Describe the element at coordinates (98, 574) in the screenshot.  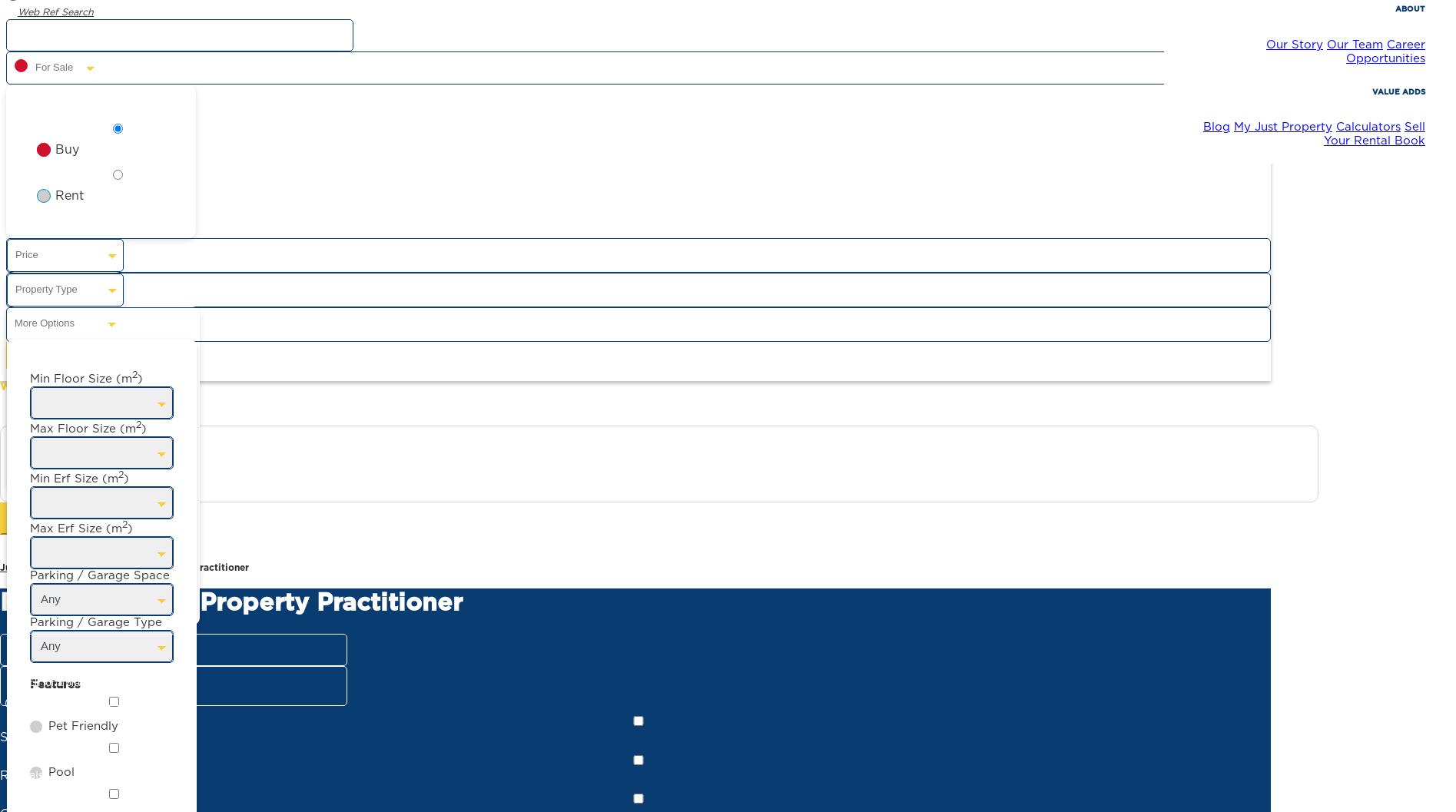
I see `'Parking / Garage Space'` at that location.